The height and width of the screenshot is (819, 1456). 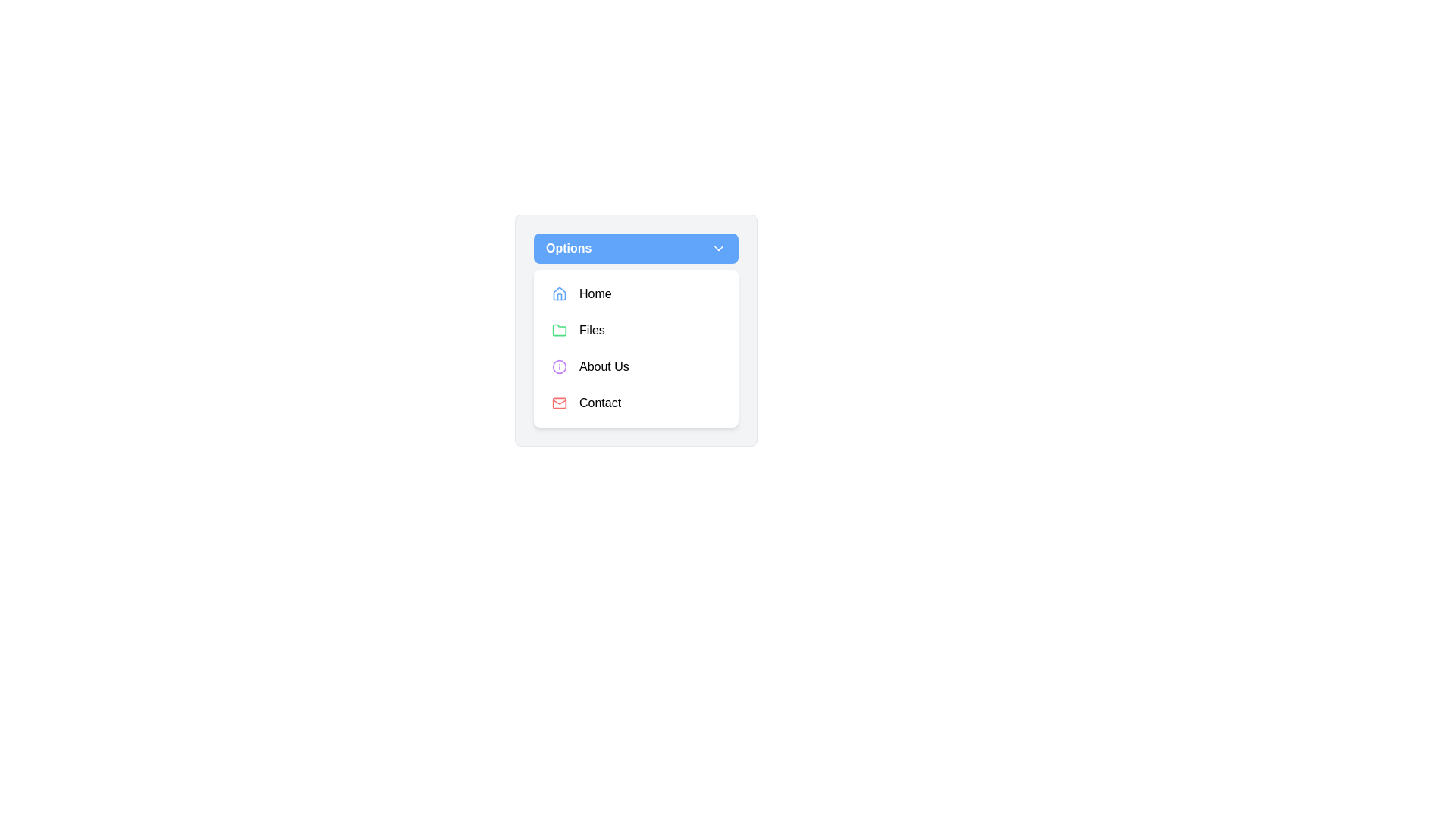 What do you see at coordinates (559, 366) in the screenshot?
I see `the circular vector graphic that is part of an information icon within an SVG graphic` at bounding box center [559, 366].